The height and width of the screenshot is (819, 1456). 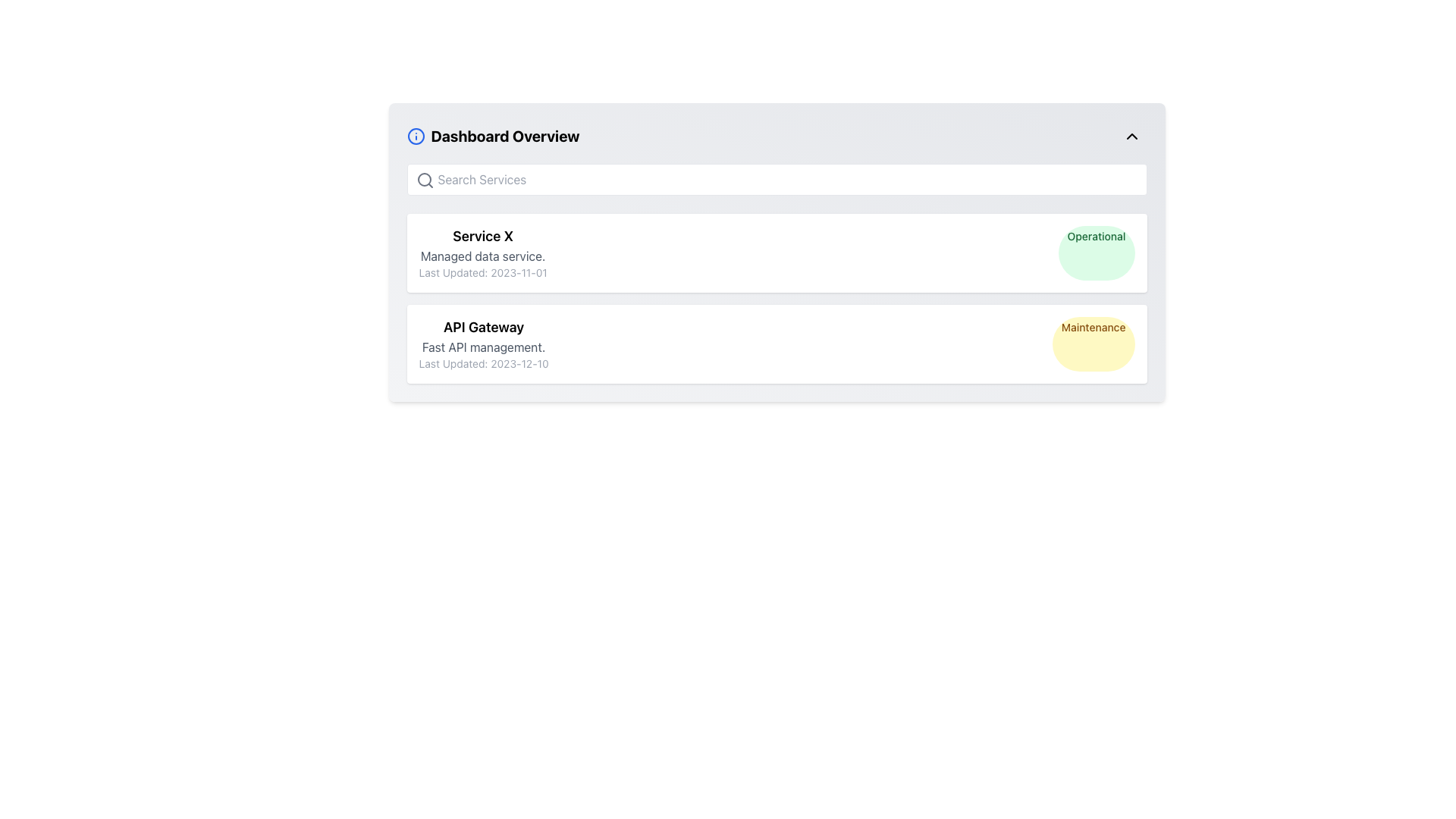 I want to click on the informational icon located at the far left of the 'Dashboard Overview' header, so click(x=416, y=136).